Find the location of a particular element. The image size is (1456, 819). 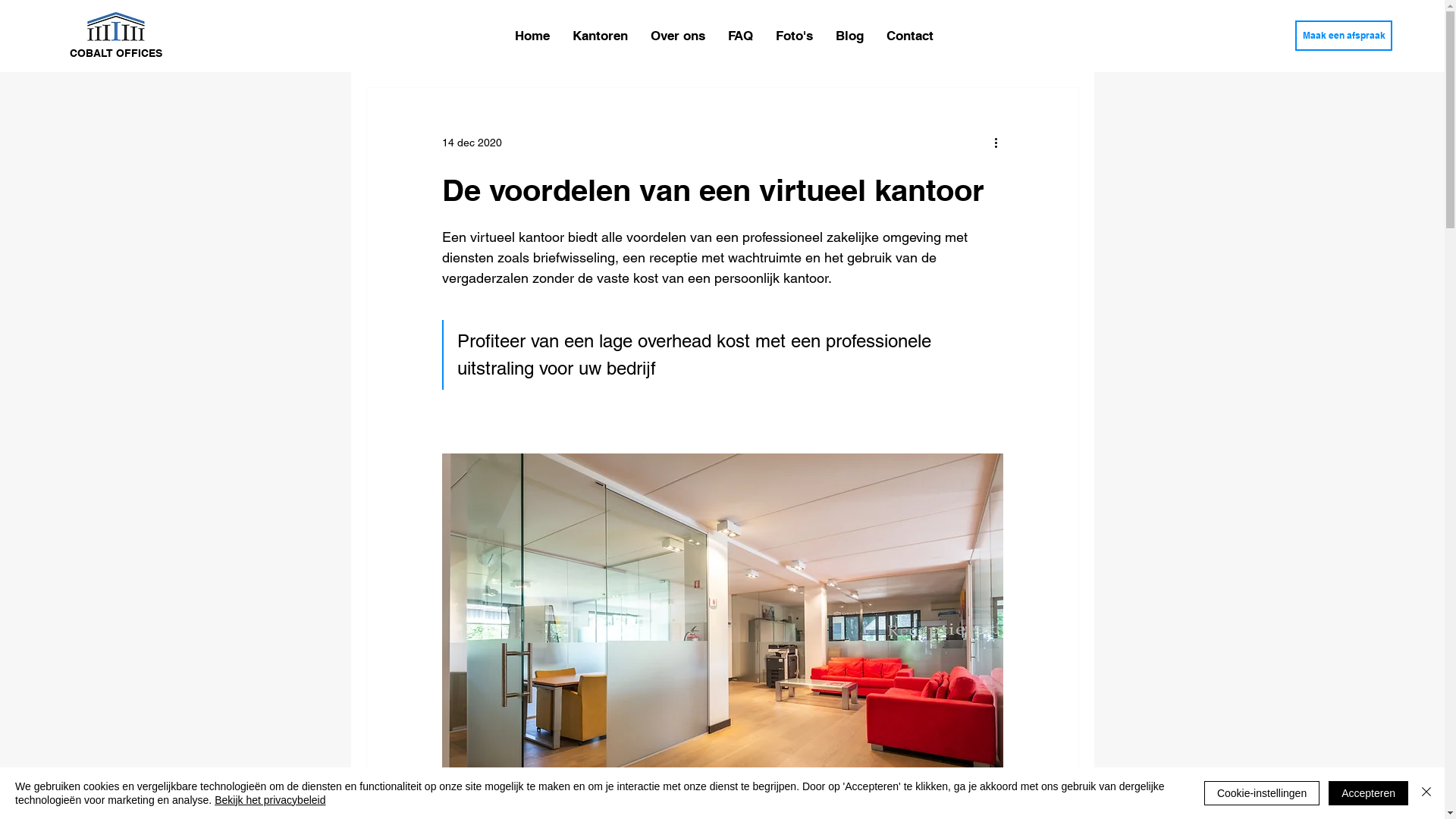

'Blog' is located at coordinates (849, 34).